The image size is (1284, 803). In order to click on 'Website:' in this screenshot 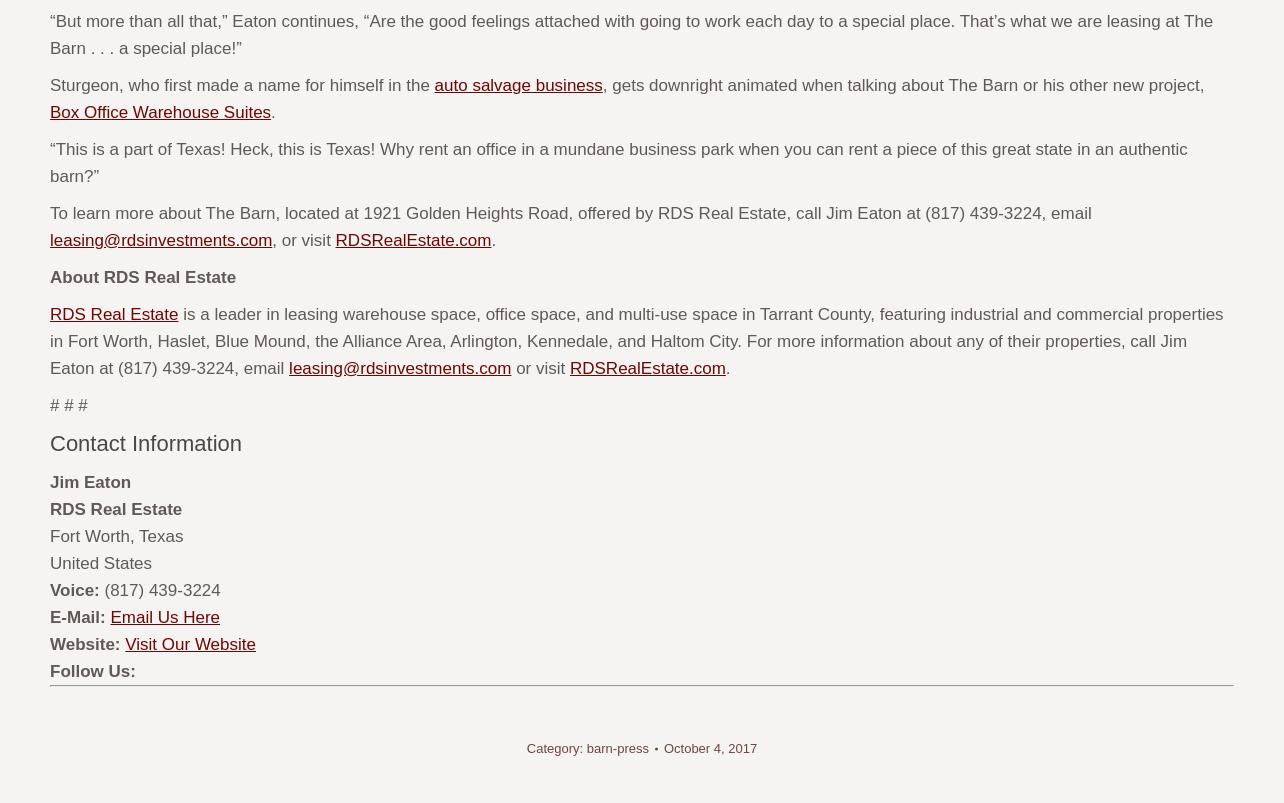, I will do `click(85, 644)`.